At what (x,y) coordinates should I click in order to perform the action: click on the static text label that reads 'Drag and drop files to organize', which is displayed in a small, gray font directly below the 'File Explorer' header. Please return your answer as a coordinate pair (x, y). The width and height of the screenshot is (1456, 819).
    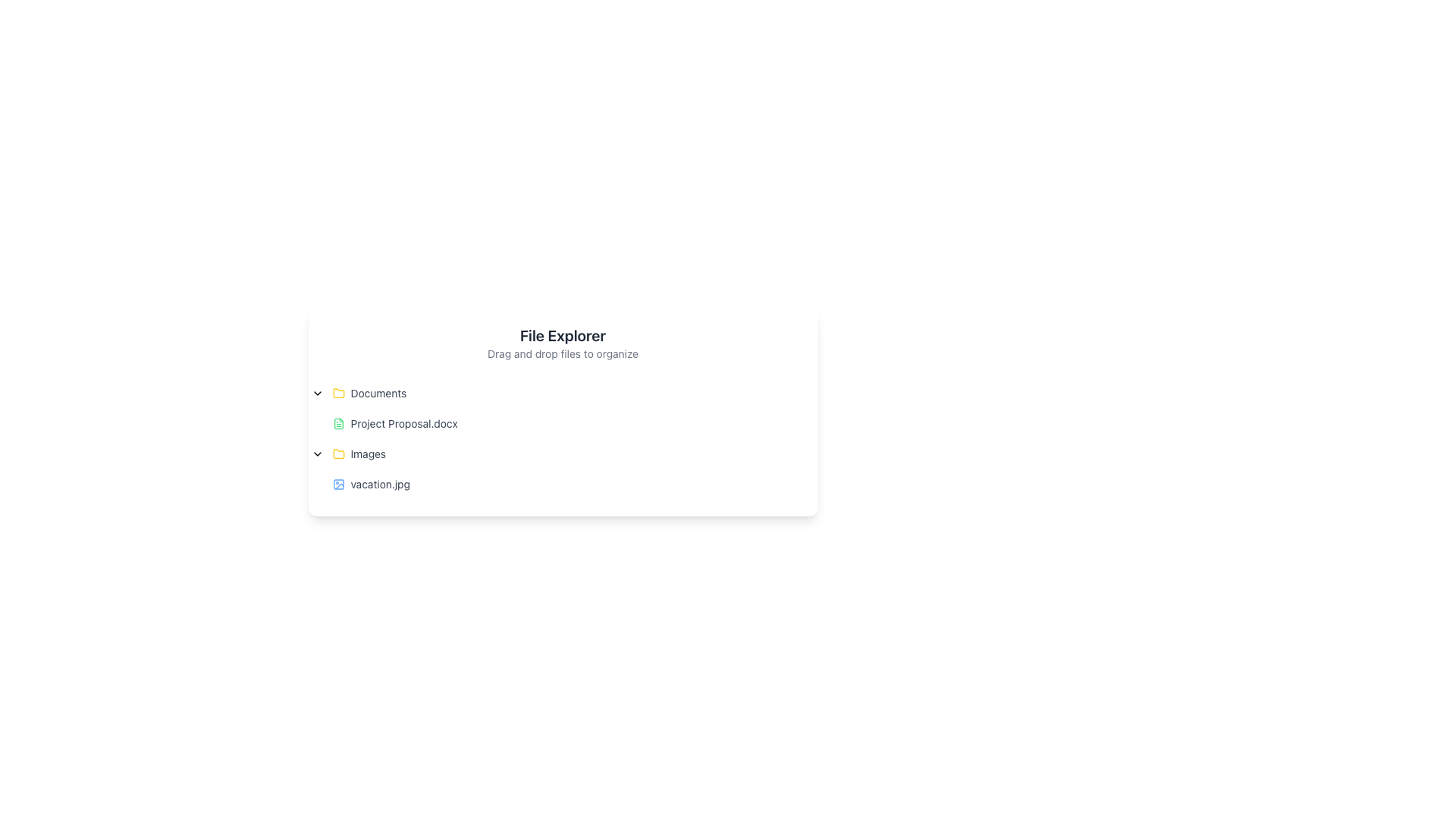
    Looking at the image, I should click on (562, 353).